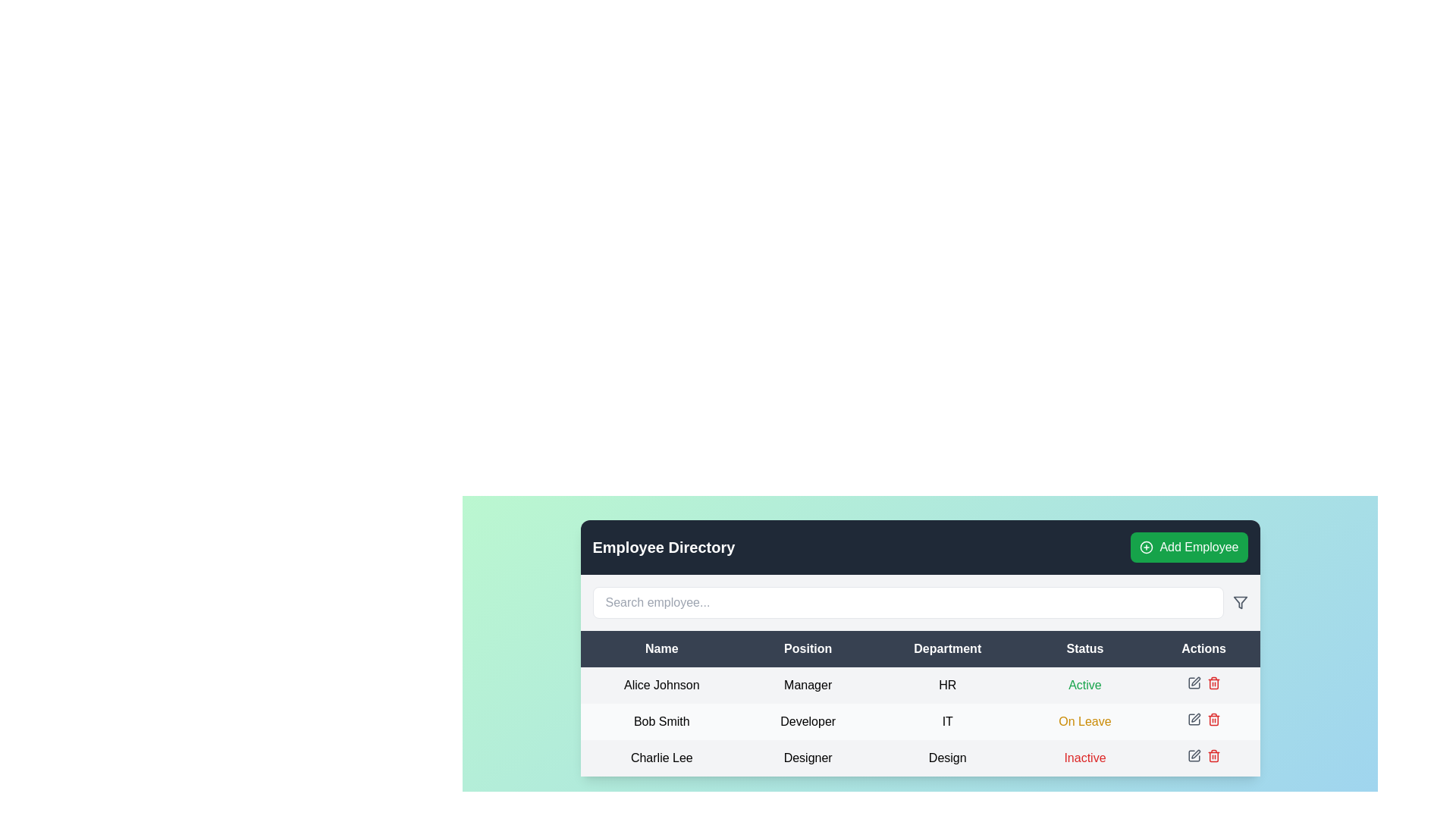  I want to click on the circular icon within the 'Add Employee' button located in the top-right corner of the employee directory box, so click(1147, 547).